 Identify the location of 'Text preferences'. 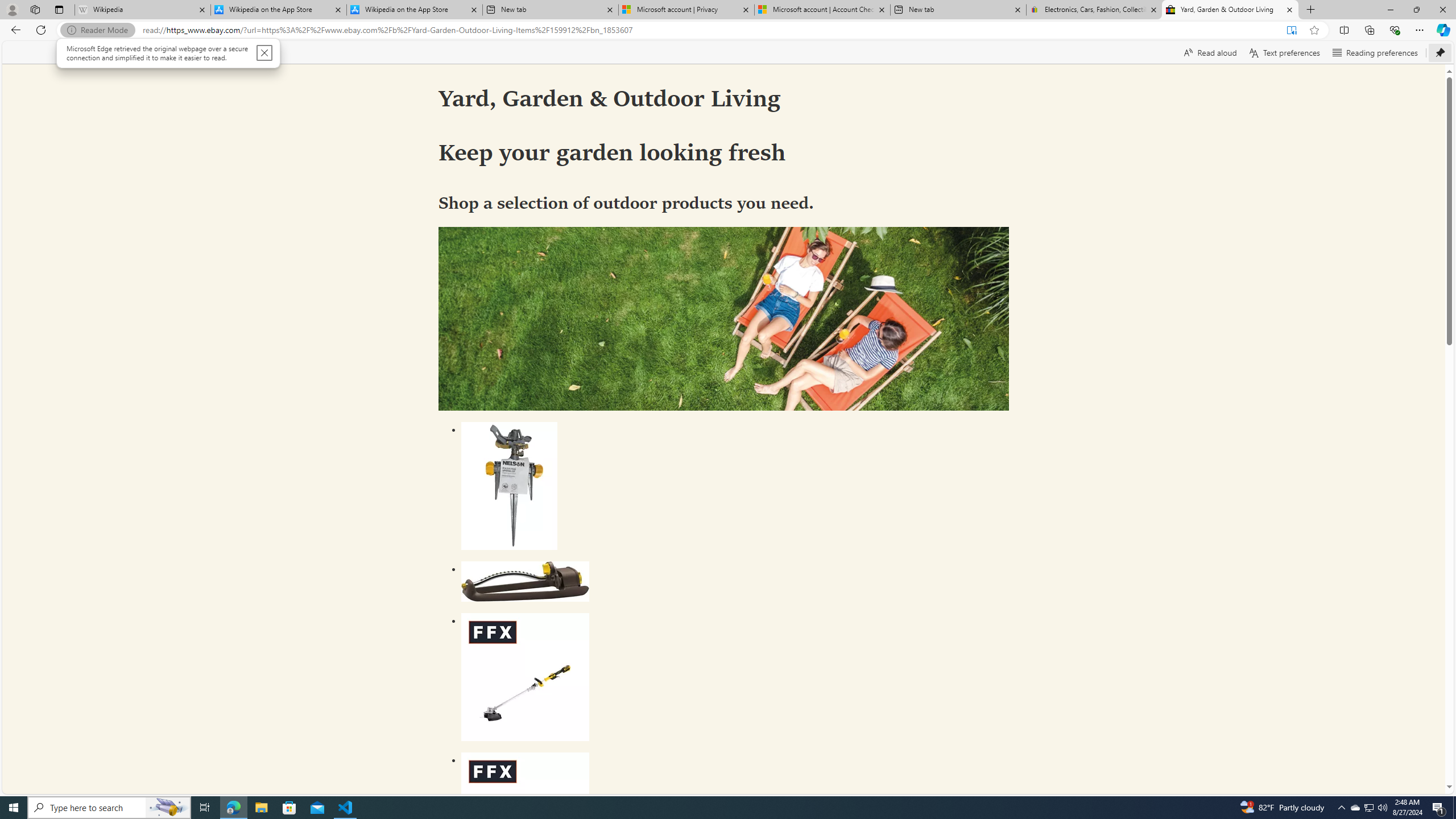
(1284, 52).